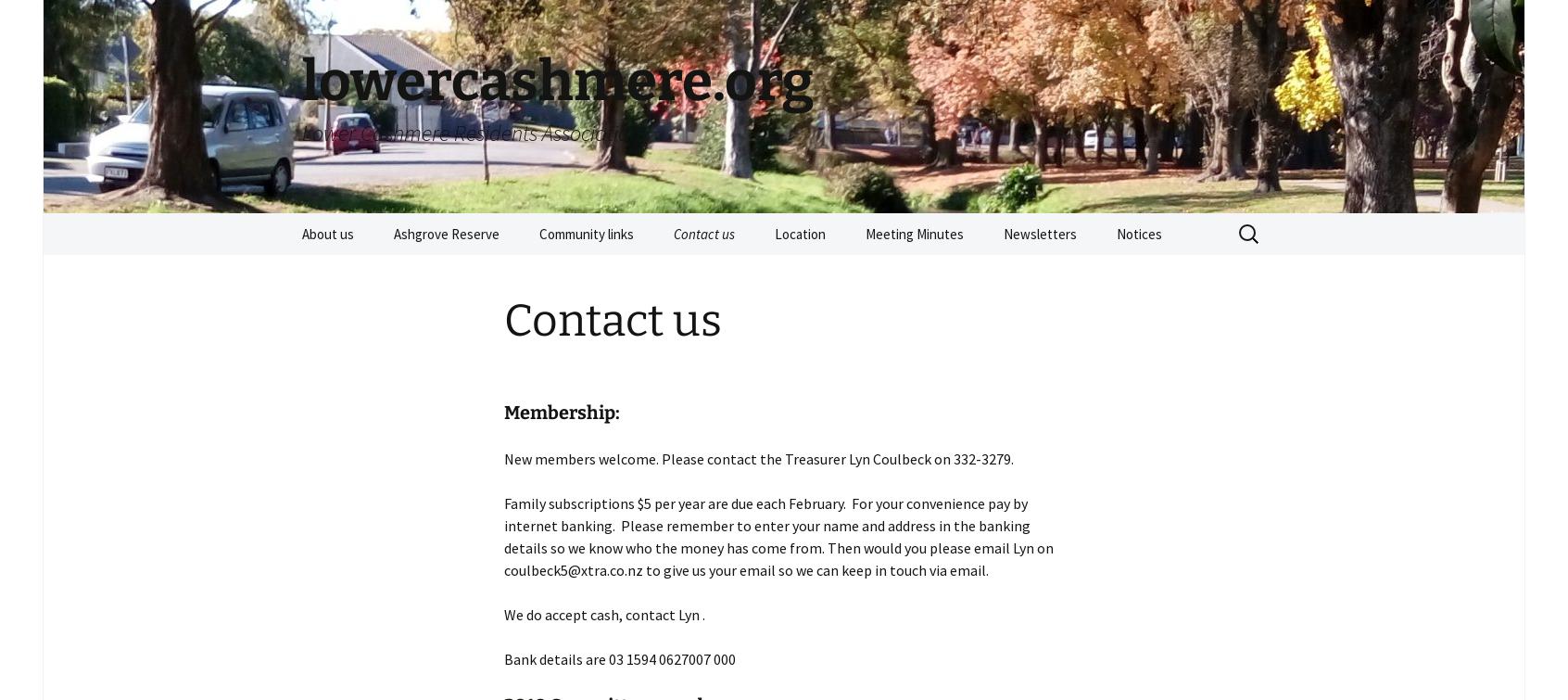 This screenshot has width=1568, height=700. I want to click on 'Community links', so click(585, 234).